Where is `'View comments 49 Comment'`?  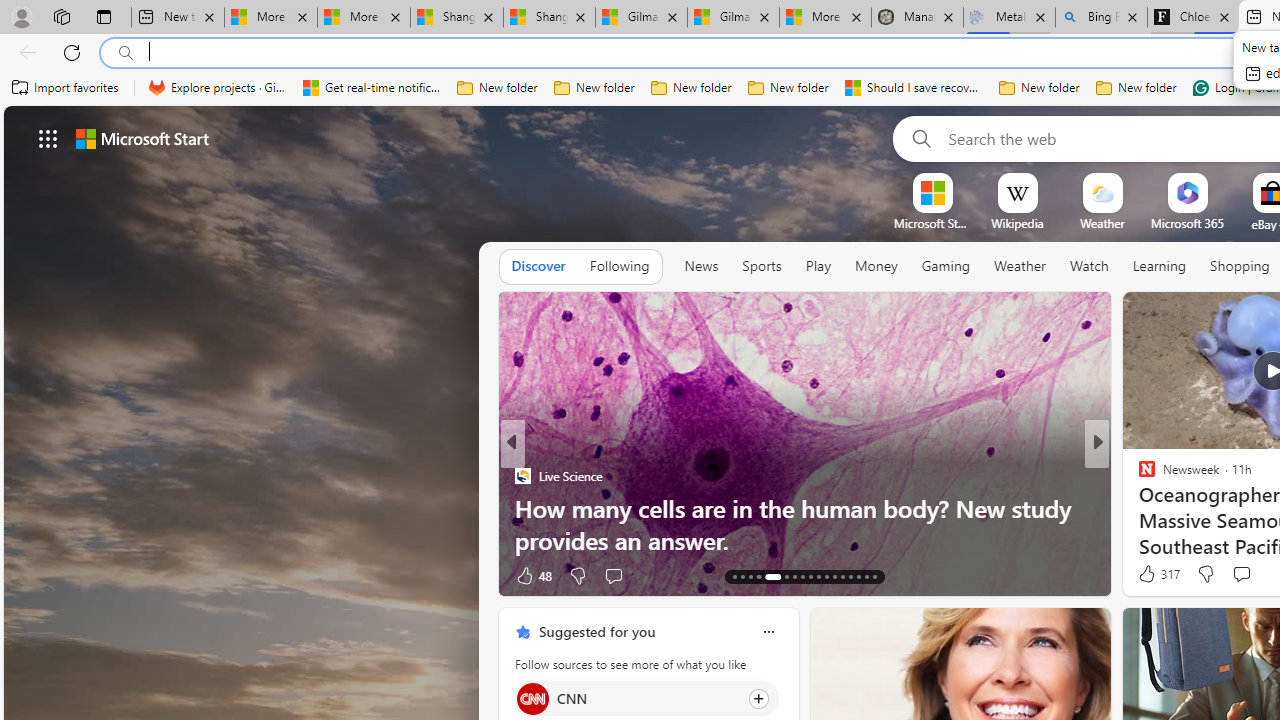 'View comments 49 Comment' is located at coordinates (1234, 575).